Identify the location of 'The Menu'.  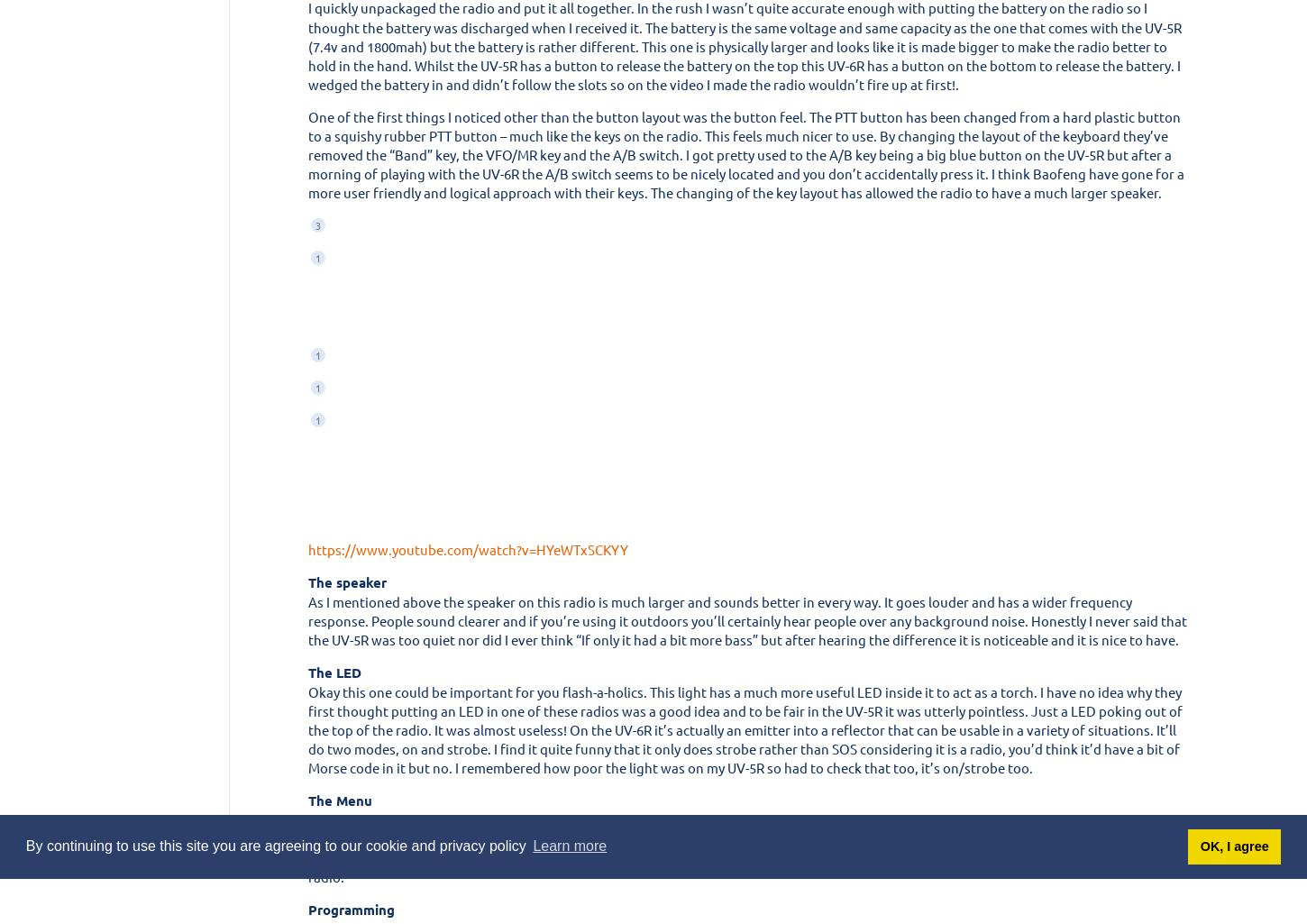
(339, 799).